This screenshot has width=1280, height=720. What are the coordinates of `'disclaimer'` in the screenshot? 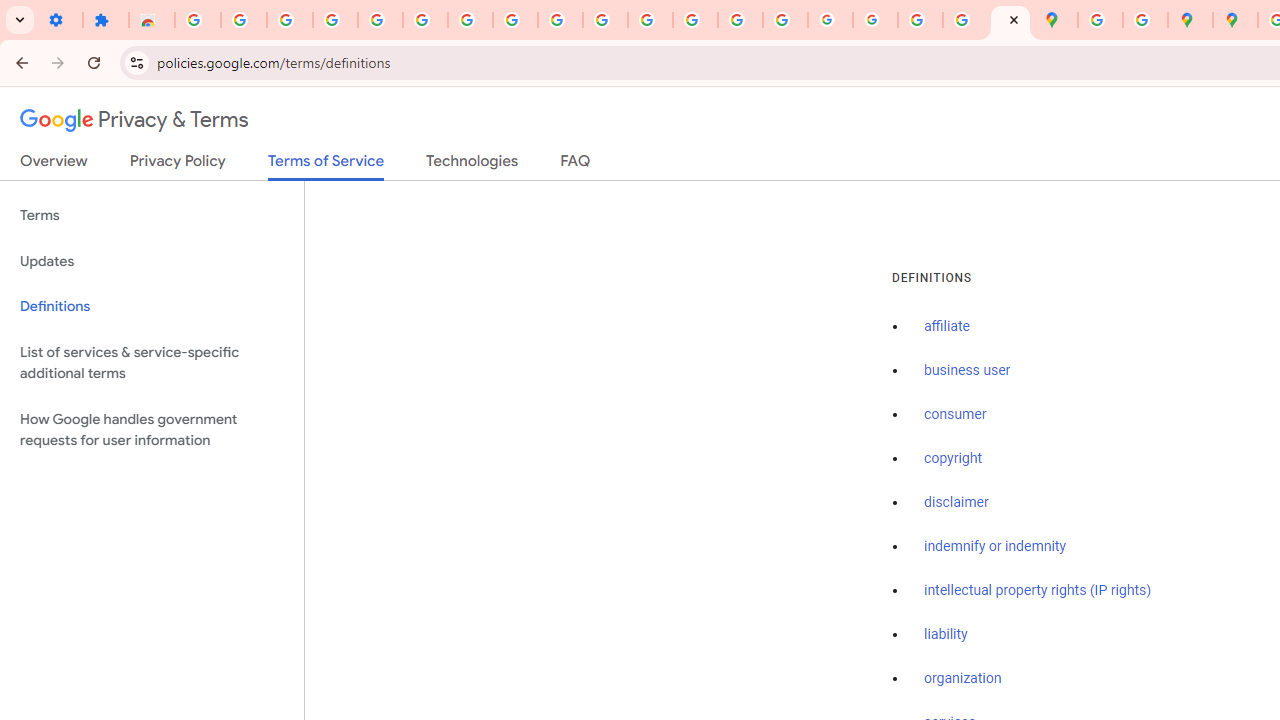 It's located at (955, 501).